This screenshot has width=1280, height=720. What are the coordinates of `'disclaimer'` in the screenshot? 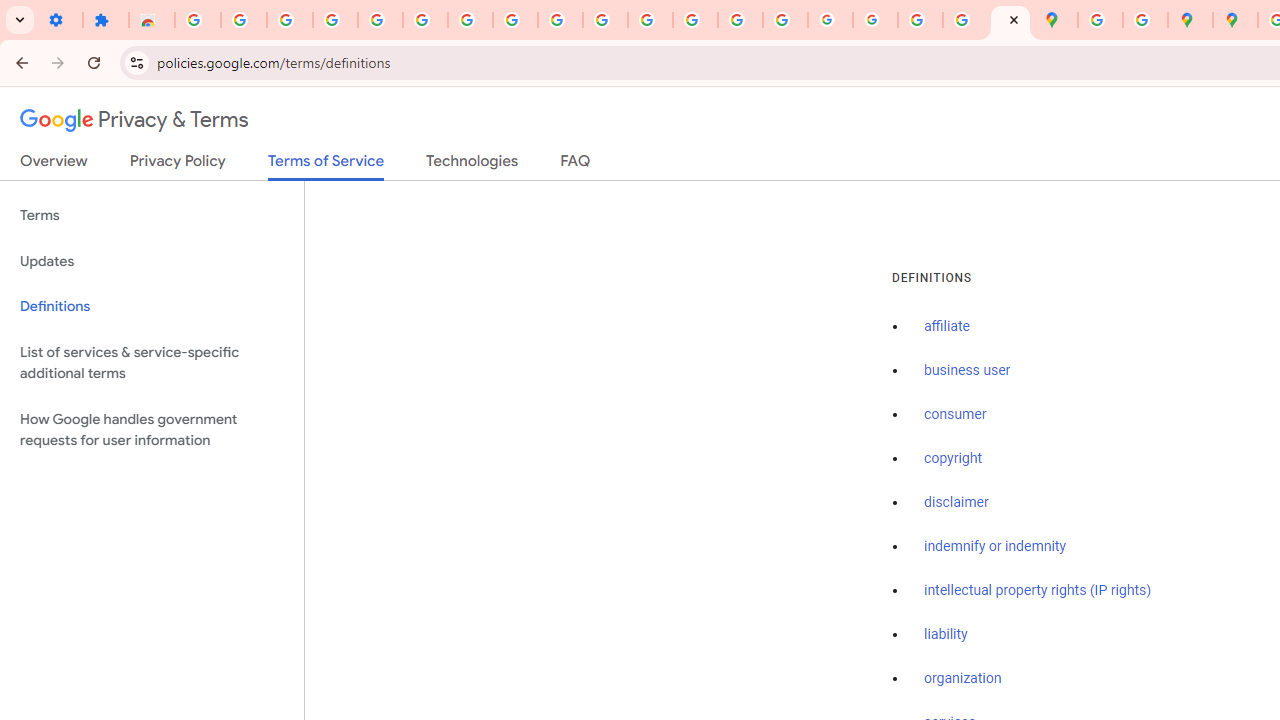 It's located at (955, 501).